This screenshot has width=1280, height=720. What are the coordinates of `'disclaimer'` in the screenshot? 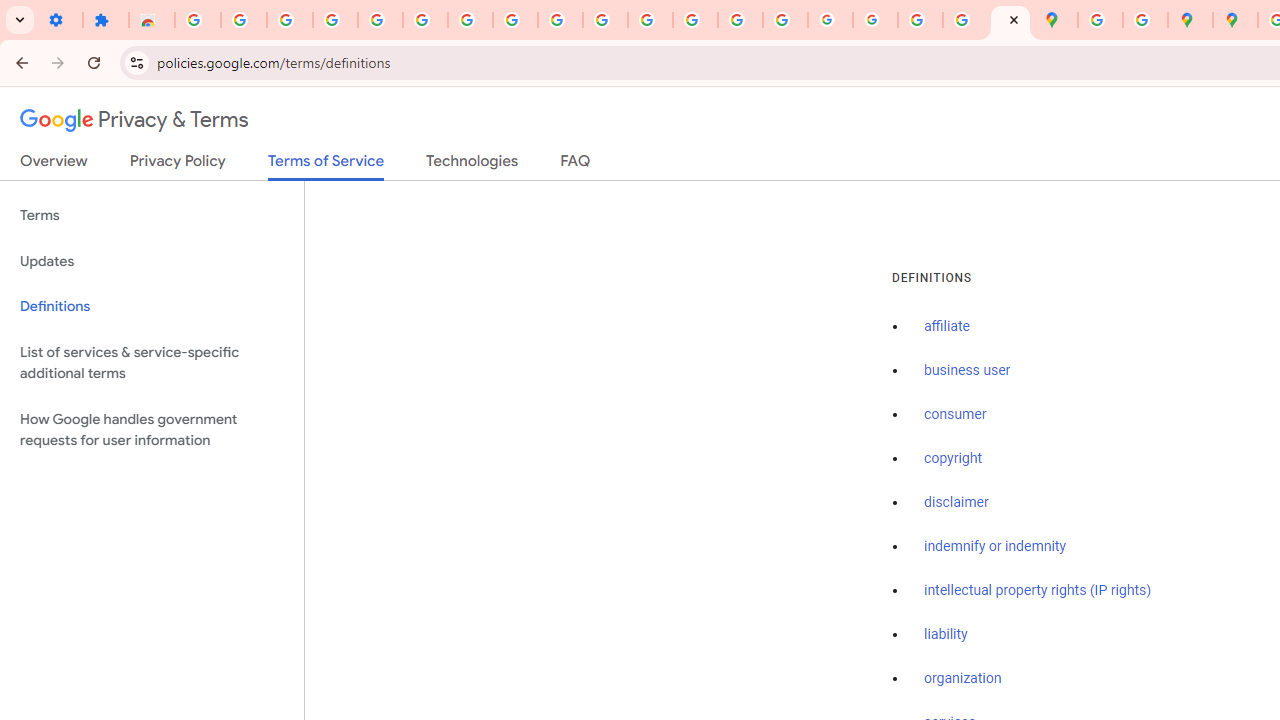 It's located at (955, 501).